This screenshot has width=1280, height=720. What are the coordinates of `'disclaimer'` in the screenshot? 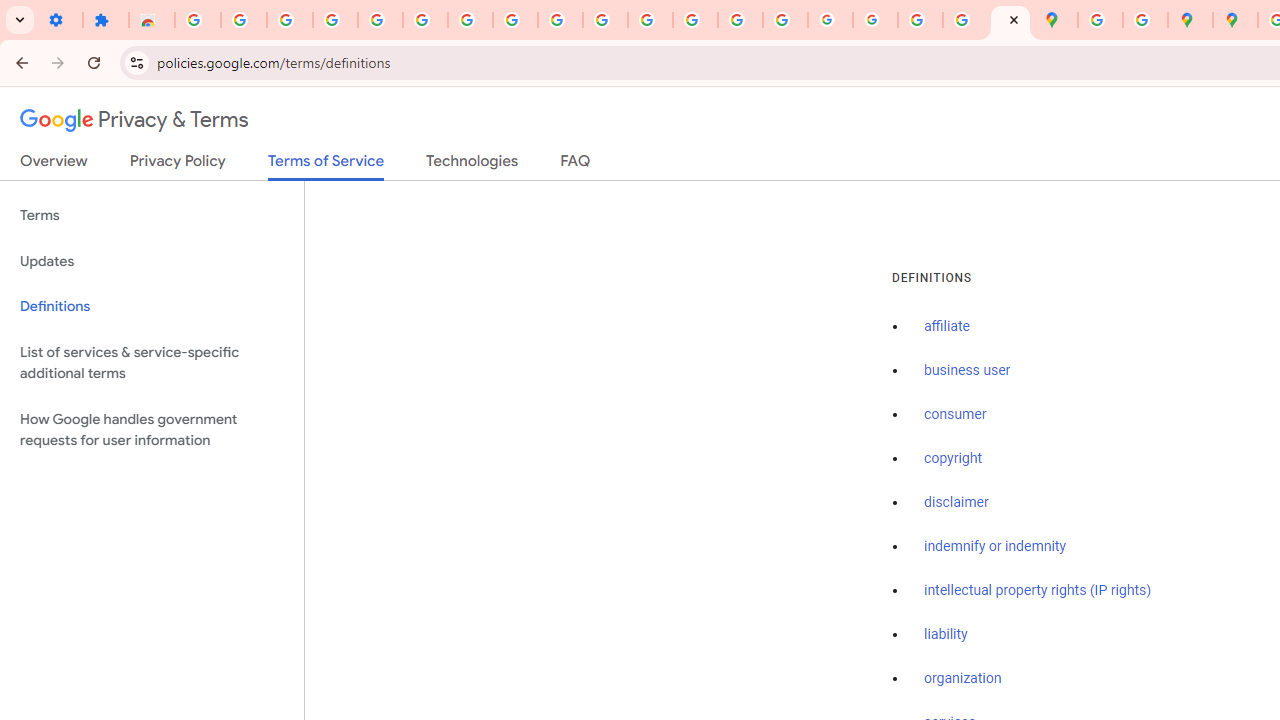 It's located at (955, 501).